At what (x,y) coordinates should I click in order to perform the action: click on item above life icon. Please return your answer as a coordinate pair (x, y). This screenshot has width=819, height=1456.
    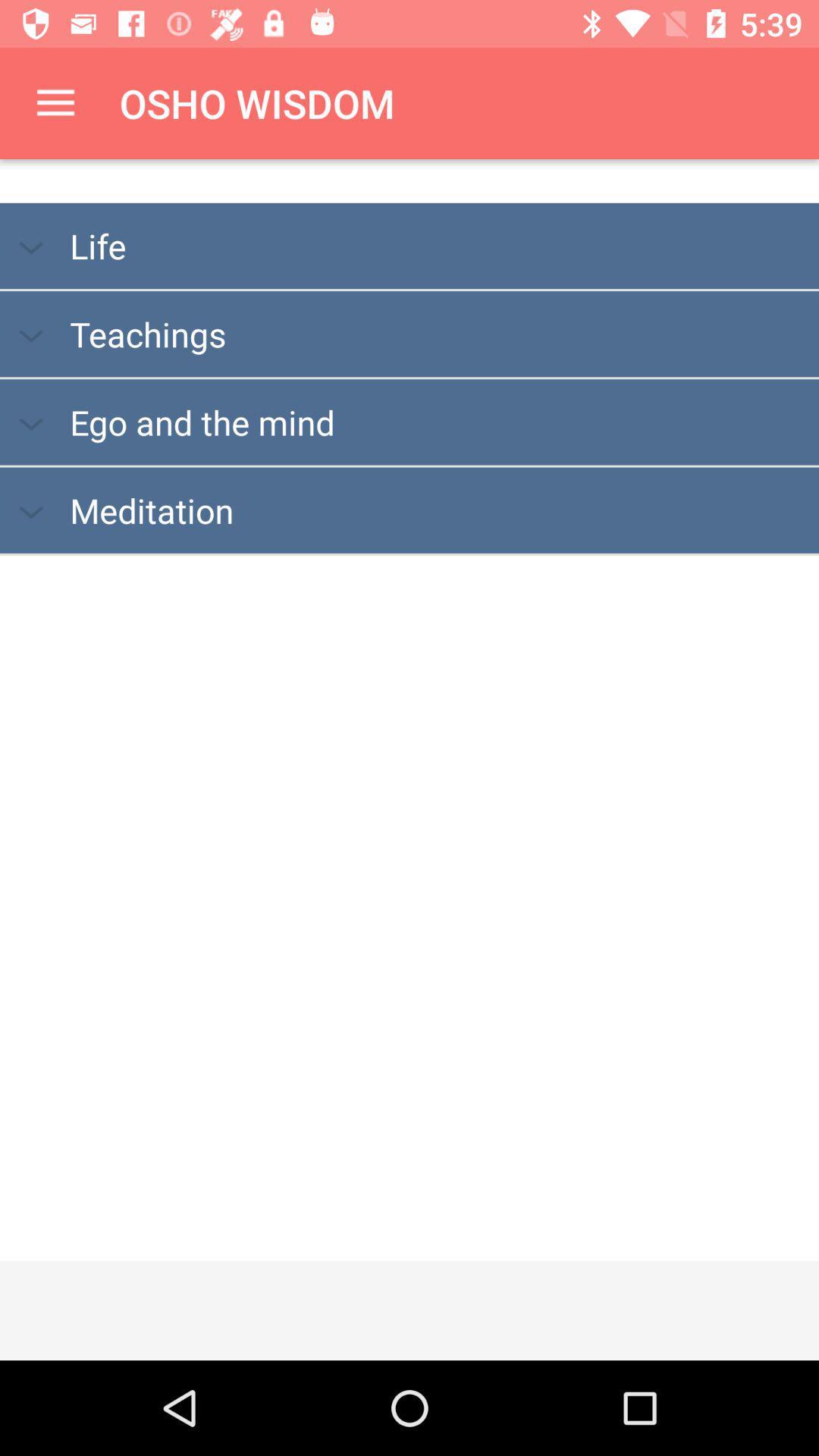
    Looking at the image, I should click on (55, 102).